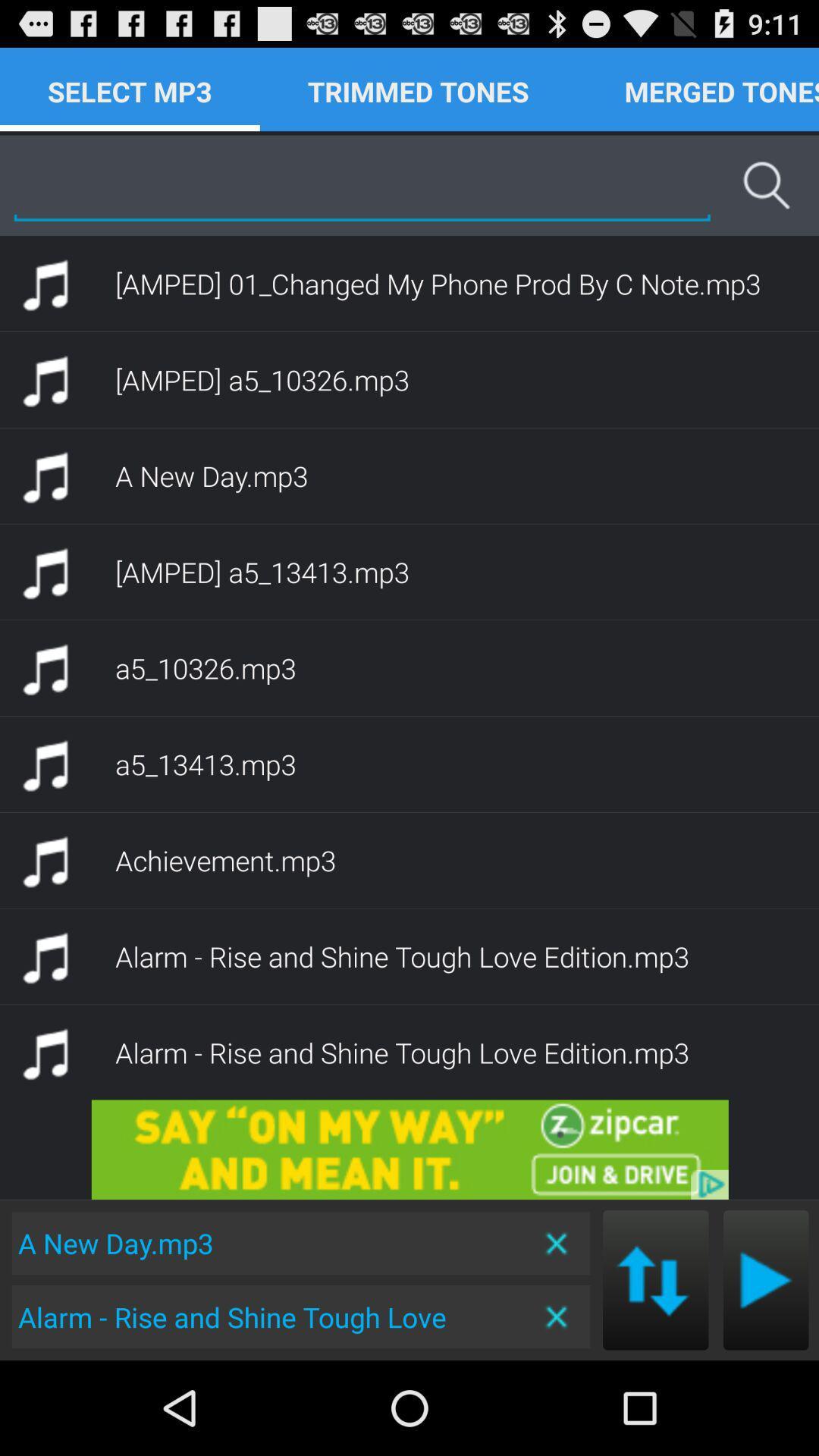  What do you see at coordinates (362, 184) in the screenshot?
I see `search` at bounding box center [362, 184].